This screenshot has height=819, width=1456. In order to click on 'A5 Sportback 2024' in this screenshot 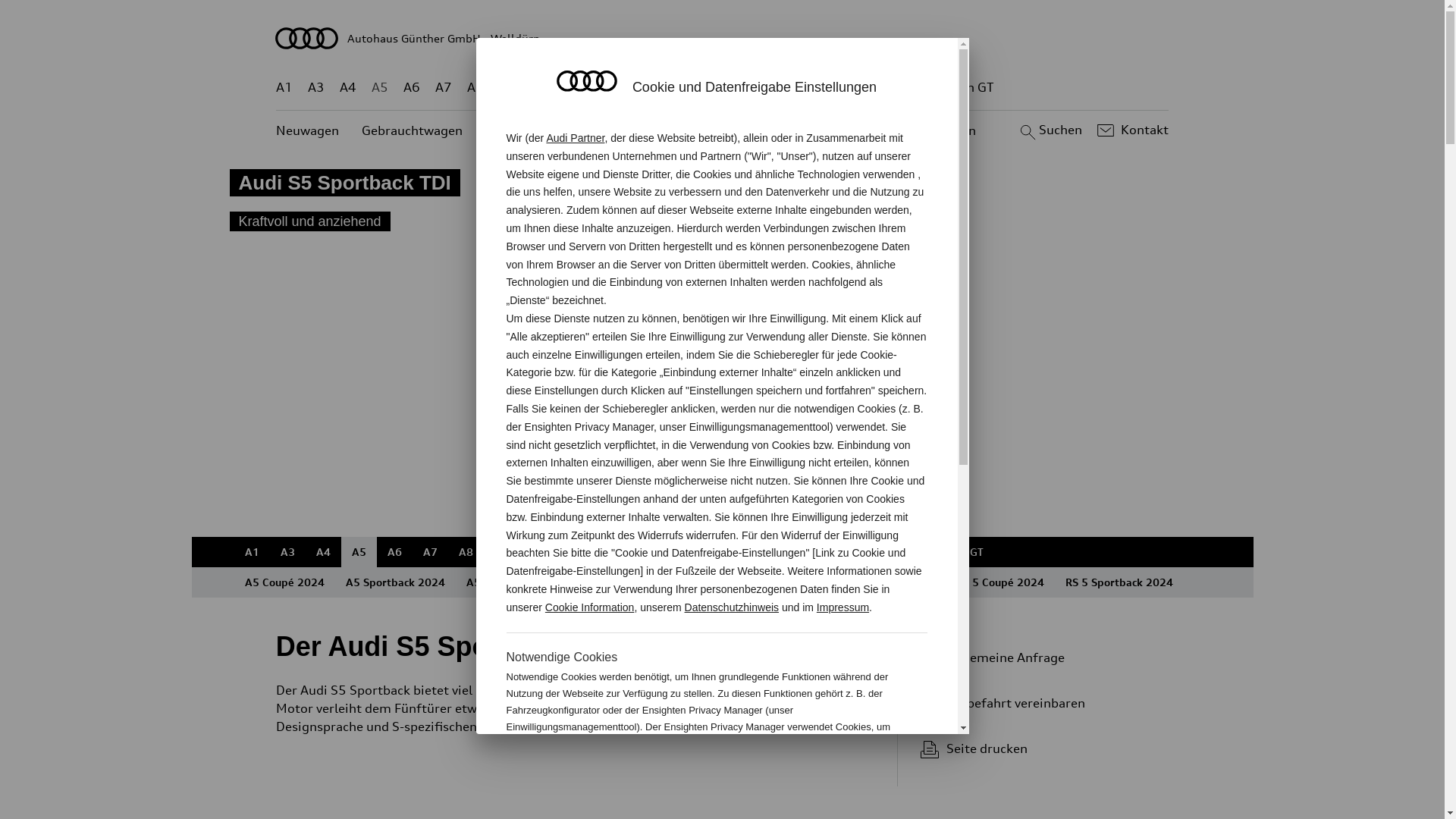, I will do `click(395, 581)`.